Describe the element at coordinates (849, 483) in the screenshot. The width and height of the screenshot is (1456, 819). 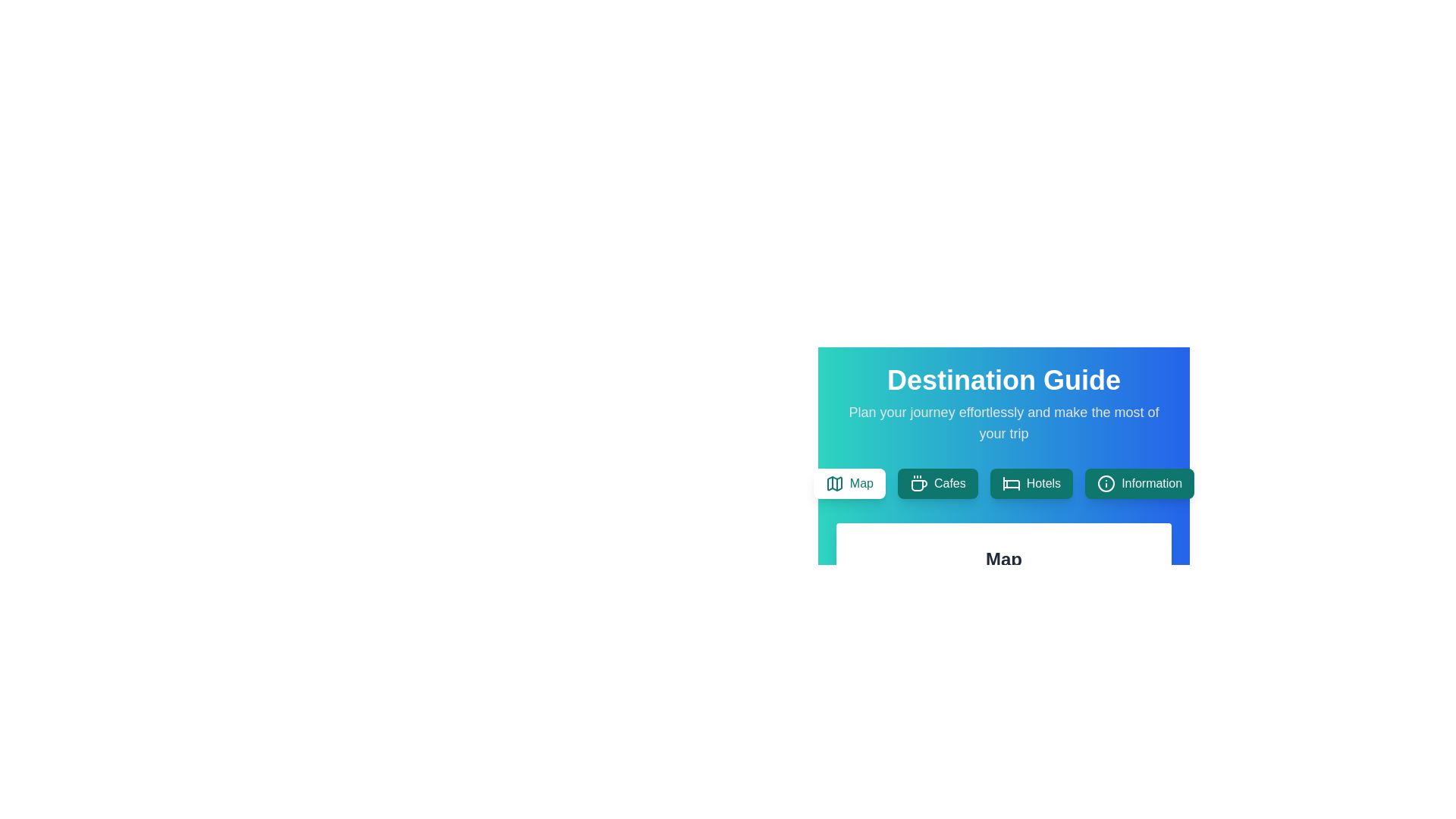
I see `the Map tab` at that location.